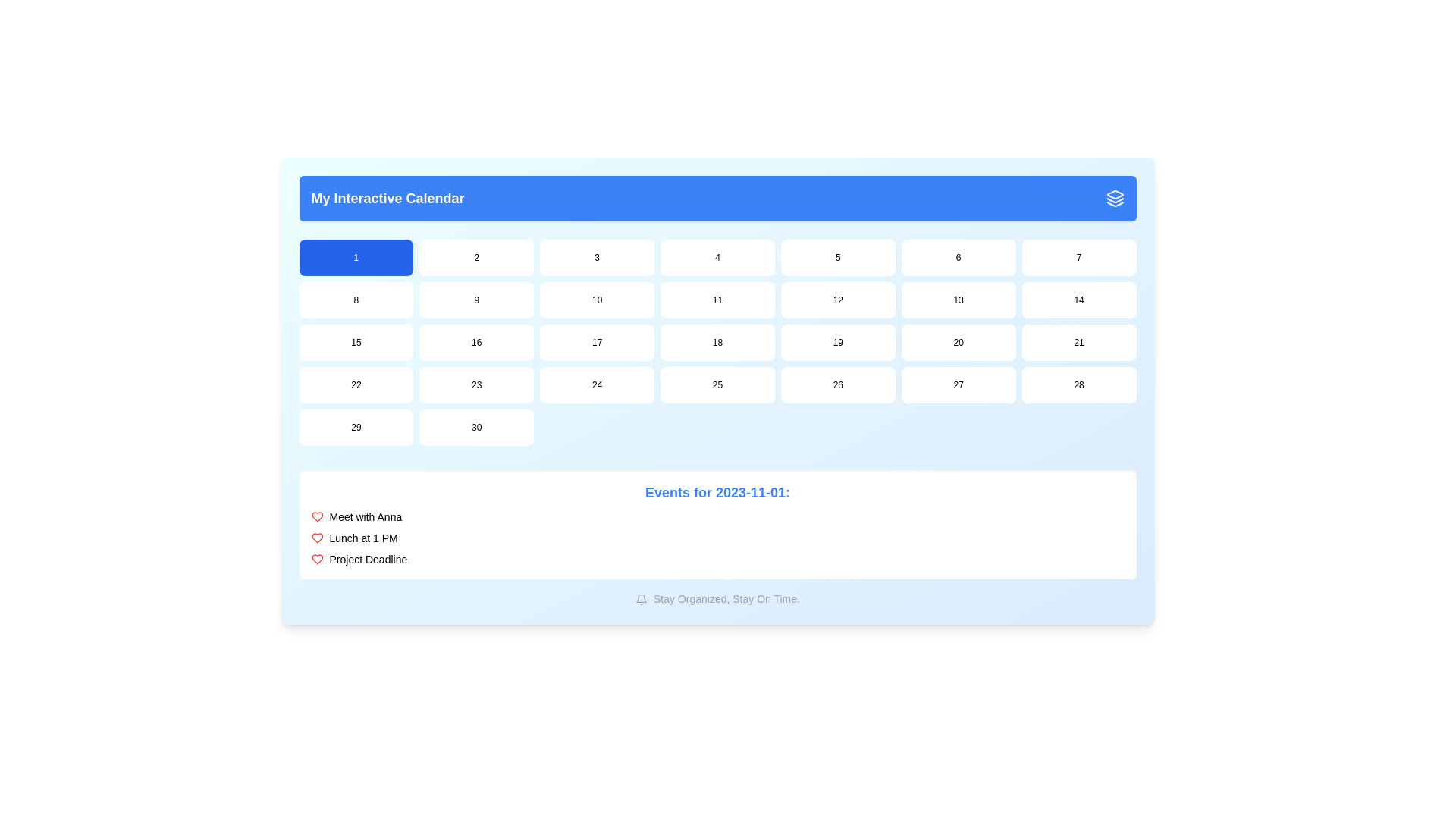 The height and width of the screenshot is (819, 1456). Describe the element at coordinates (475, 342) in the screenshot. I see `the button representing the date '16' in the calendar interface` at that location.